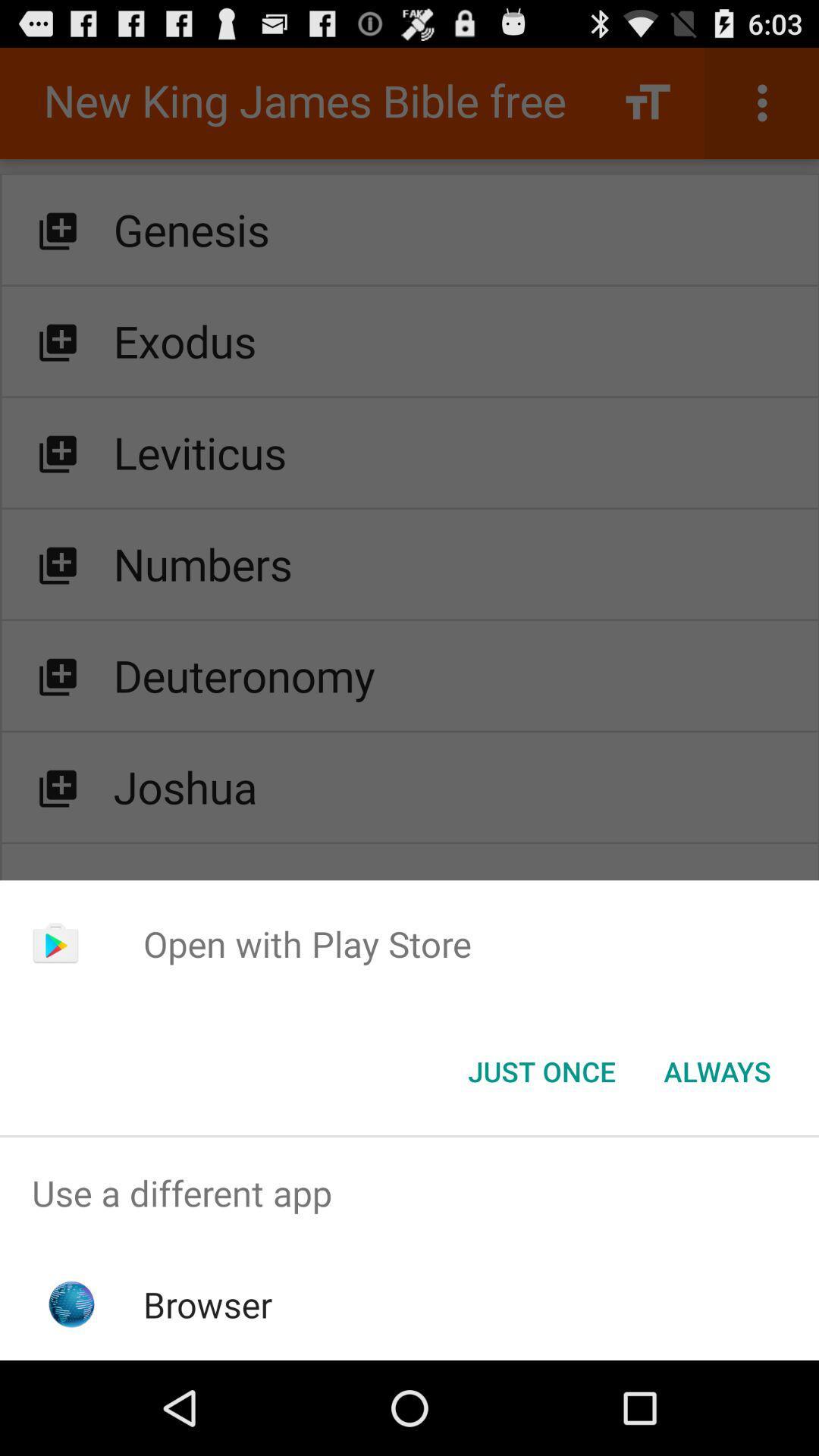 The height and width of the screenshot is (1456, 819). Describe the element at coordinates (717, 1070) in the screenshot. I see `button to the right of just once` at that location.